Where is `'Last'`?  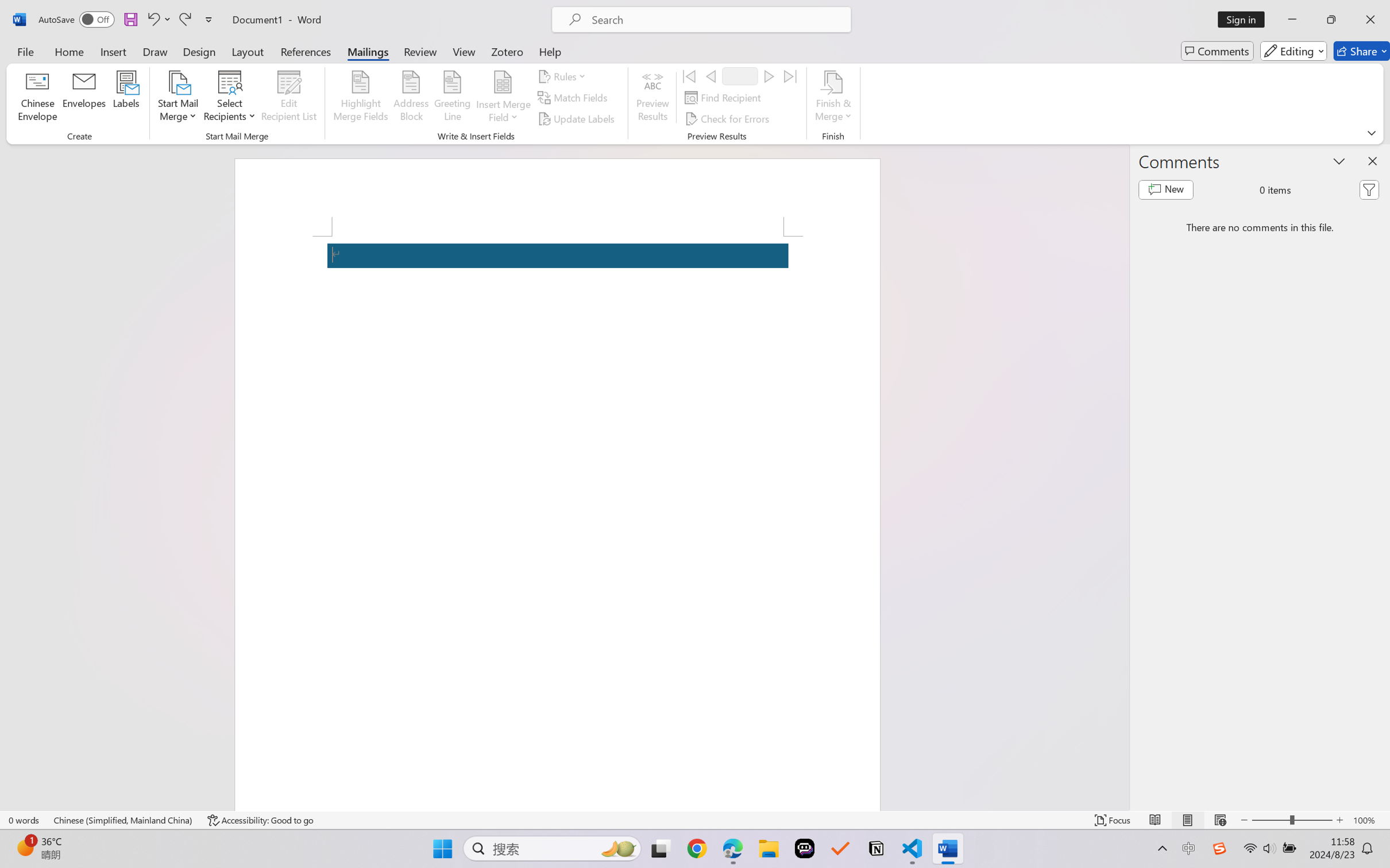 'Last' is located at coordinates (790, 75).